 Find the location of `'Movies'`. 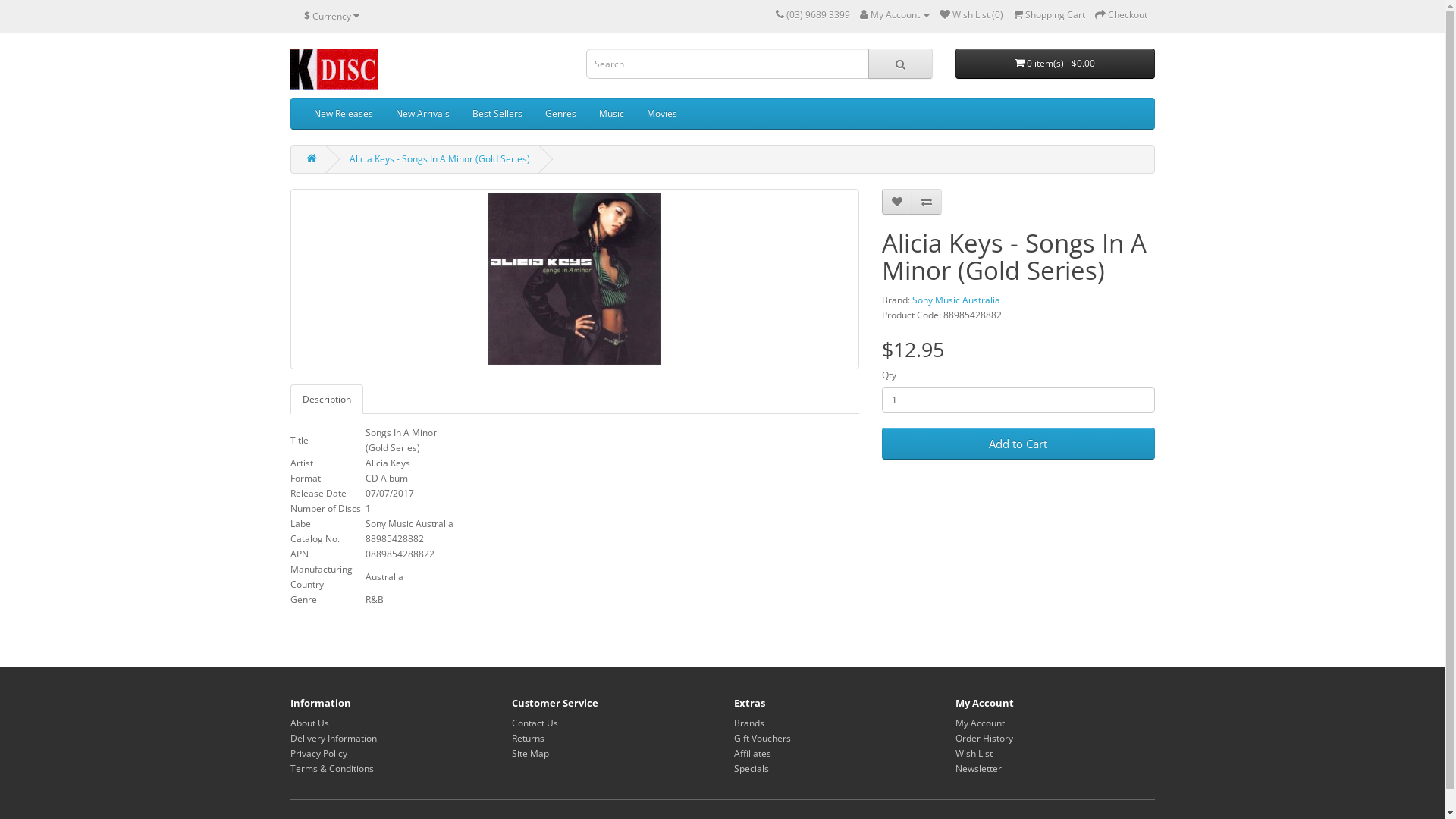

'Movies' is located at coordinates (662, 113).